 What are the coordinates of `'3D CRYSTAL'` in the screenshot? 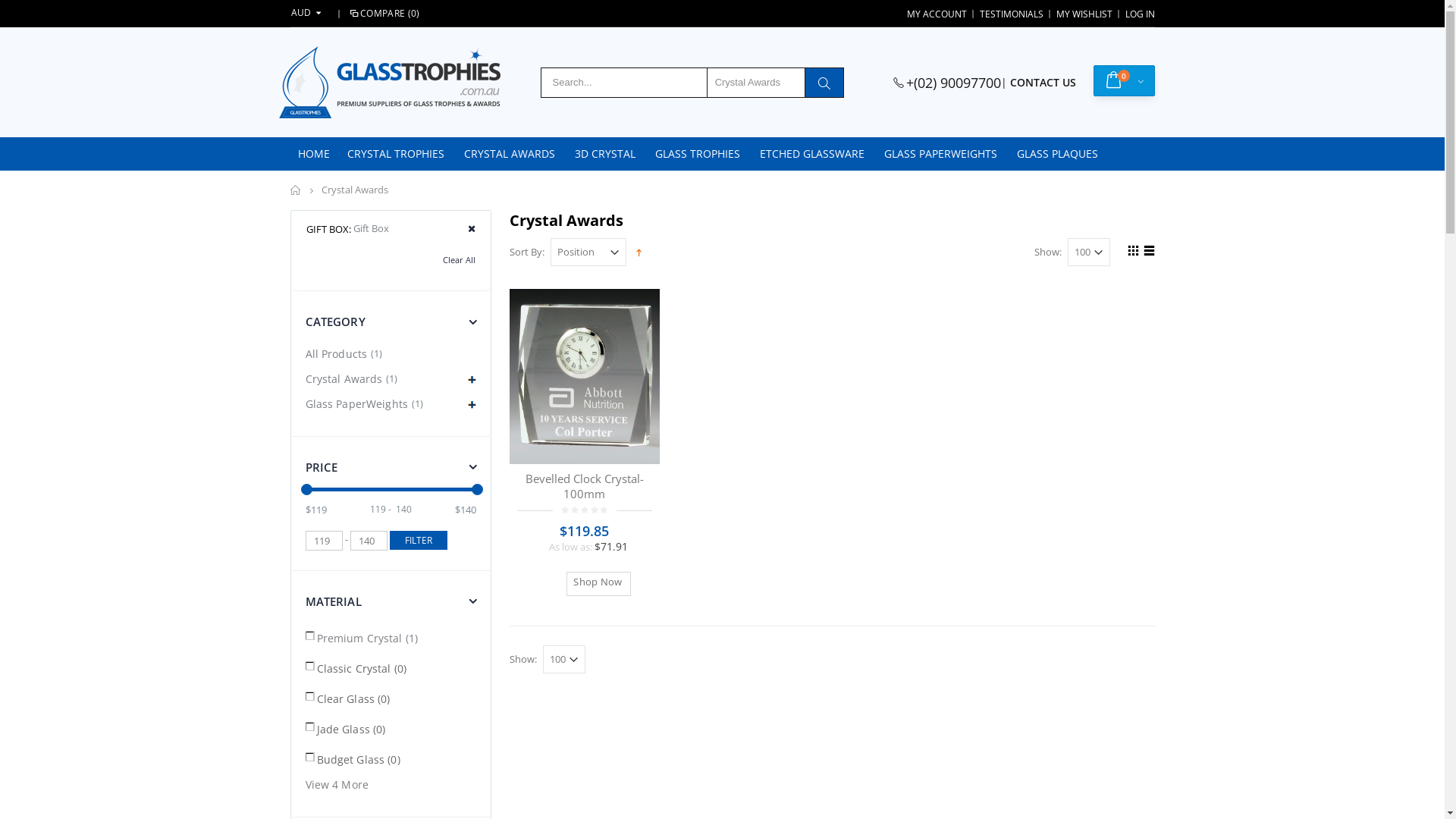 It's located at (604, 154).